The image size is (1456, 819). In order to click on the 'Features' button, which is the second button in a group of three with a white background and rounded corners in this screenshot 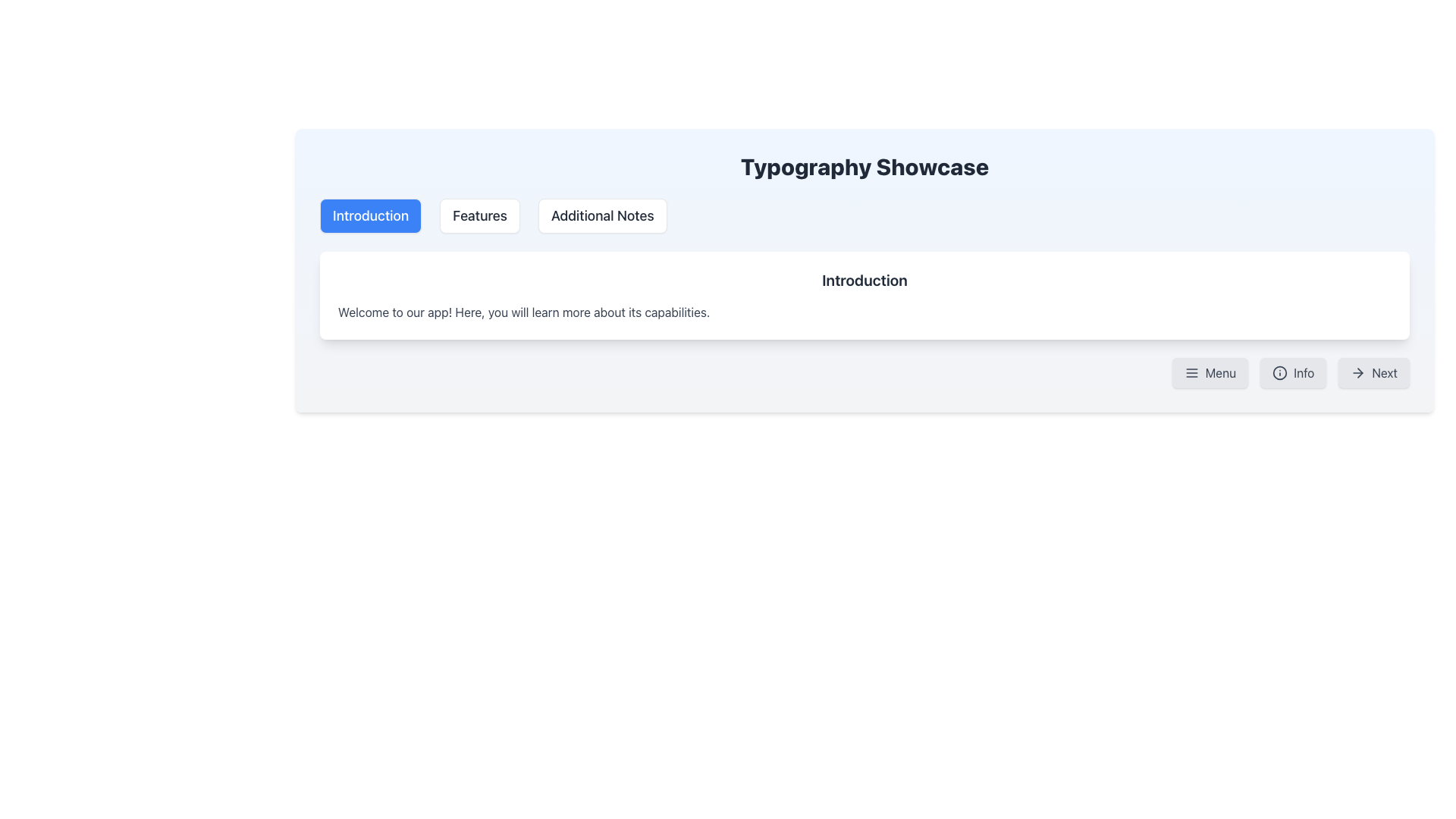, I will do `click(479, 216)`.